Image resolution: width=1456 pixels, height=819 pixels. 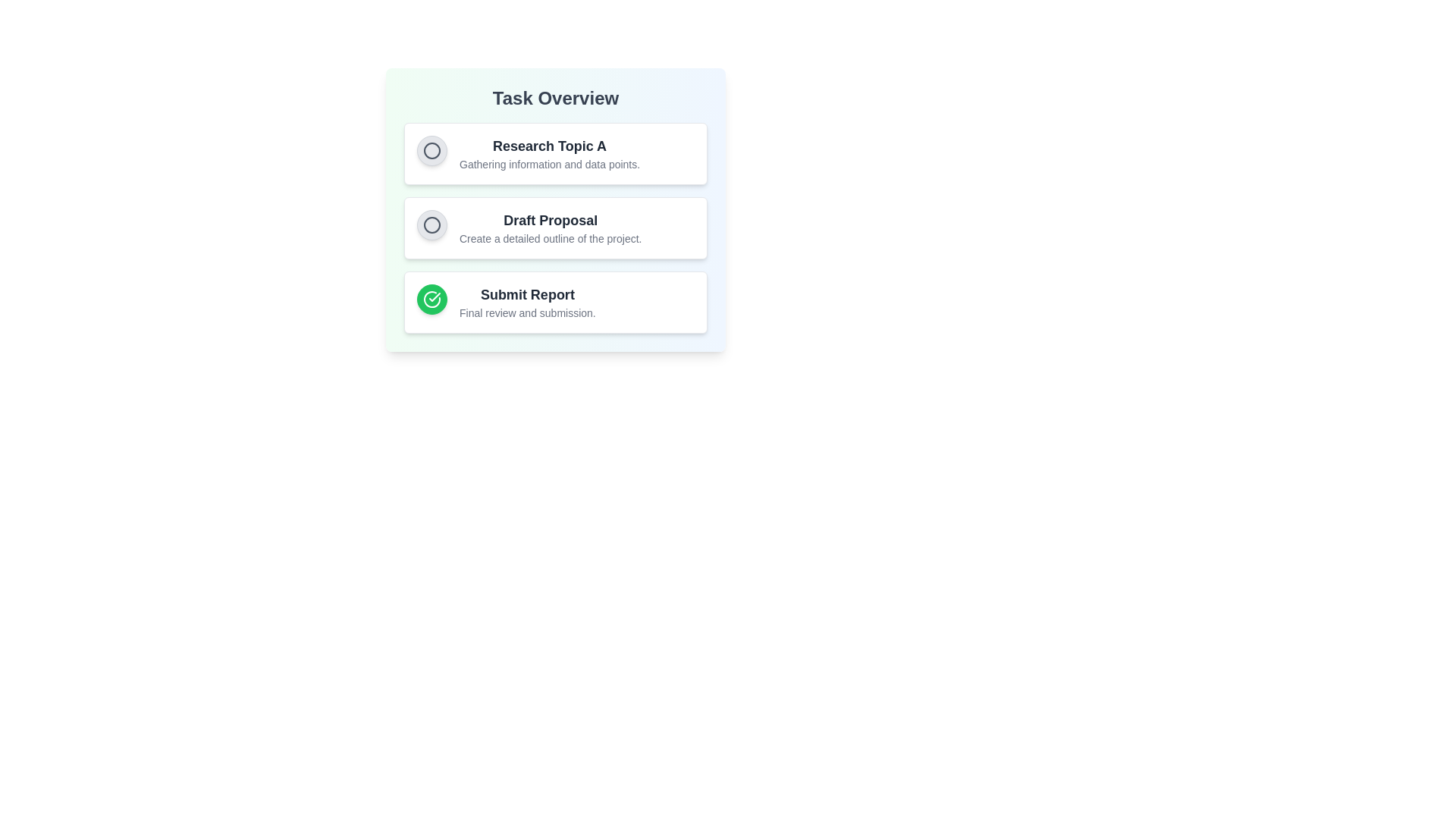 What do you see at coordinates (555, 227) in the screenshot?
I see `the second item card in the 'Task Overview' section that describes the 'Draft Proposal' phase` at bounding box center [555, 227].